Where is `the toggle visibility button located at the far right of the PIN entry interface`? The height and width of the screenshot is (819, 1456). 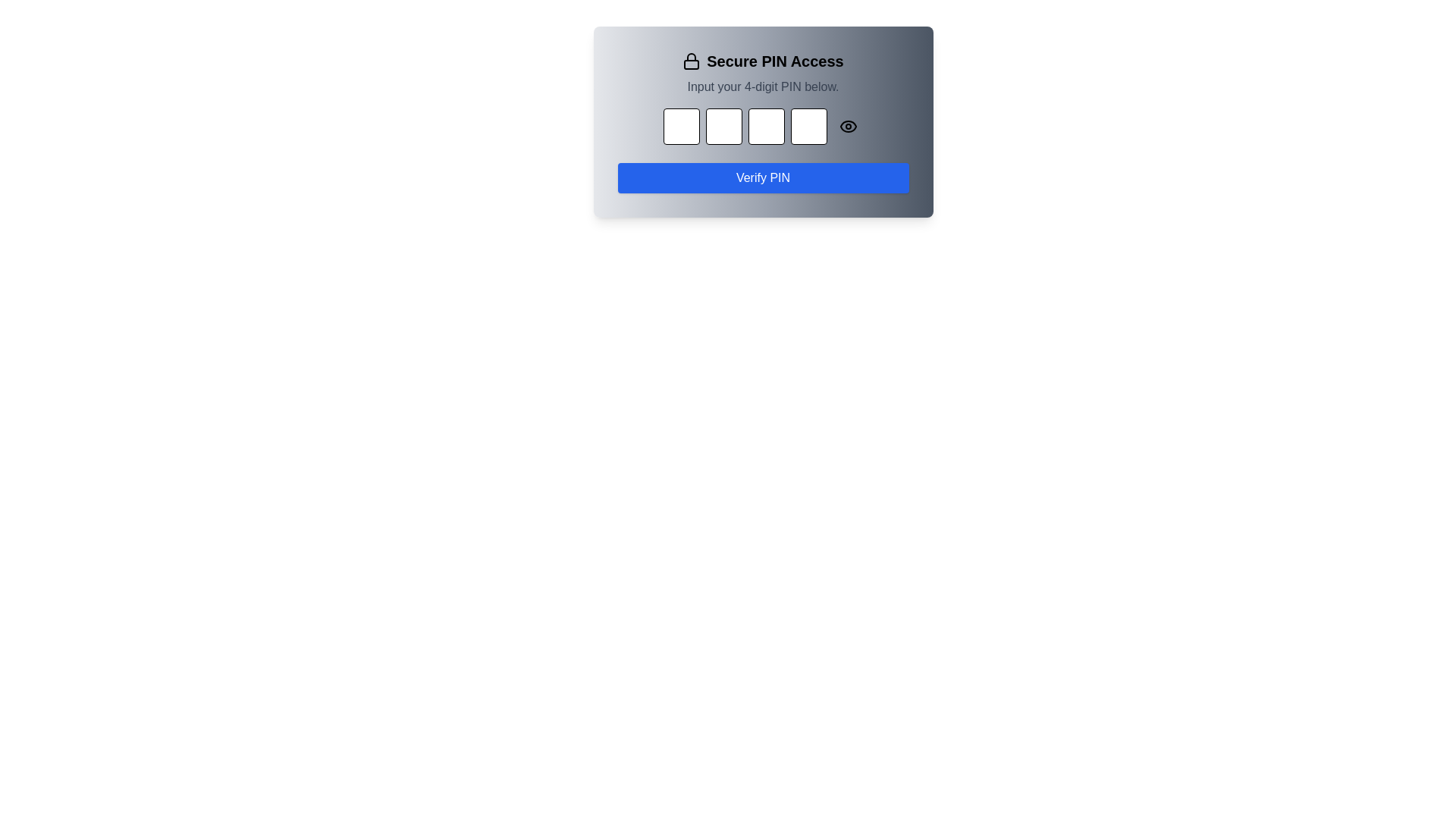
the toggle visibility button located at the far right of the PIN entry interface is located at coordinates (847, 125).